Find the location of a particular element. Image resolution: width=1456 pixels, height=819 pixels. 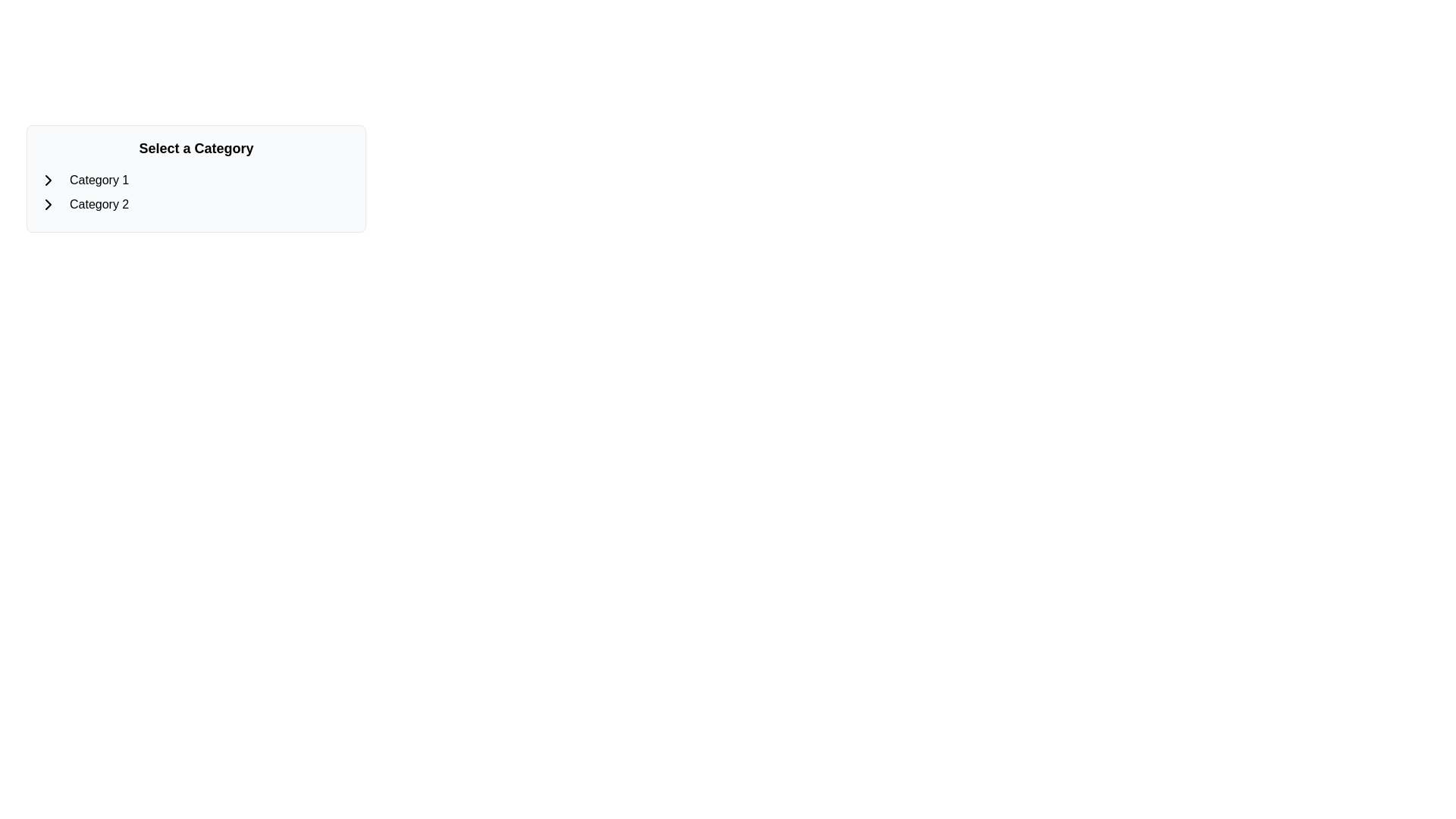

the expandable/collapsible icon located to the left of the text 'Category 2' to interact with its associated category is located at coordinates (48, 205).